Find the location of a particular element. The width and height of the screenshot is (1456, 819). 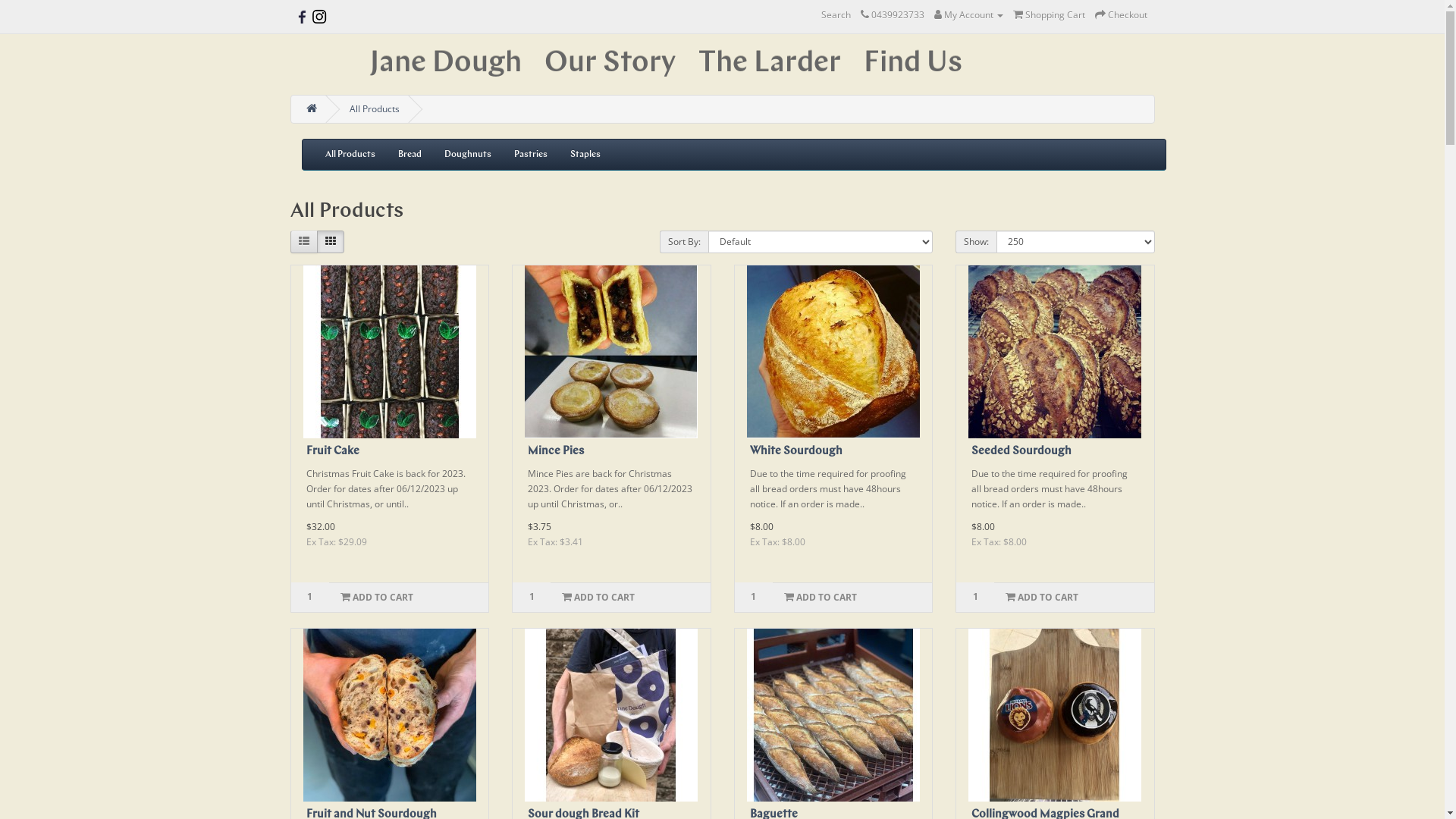

'My Account' is located at coordinates (968, 14).